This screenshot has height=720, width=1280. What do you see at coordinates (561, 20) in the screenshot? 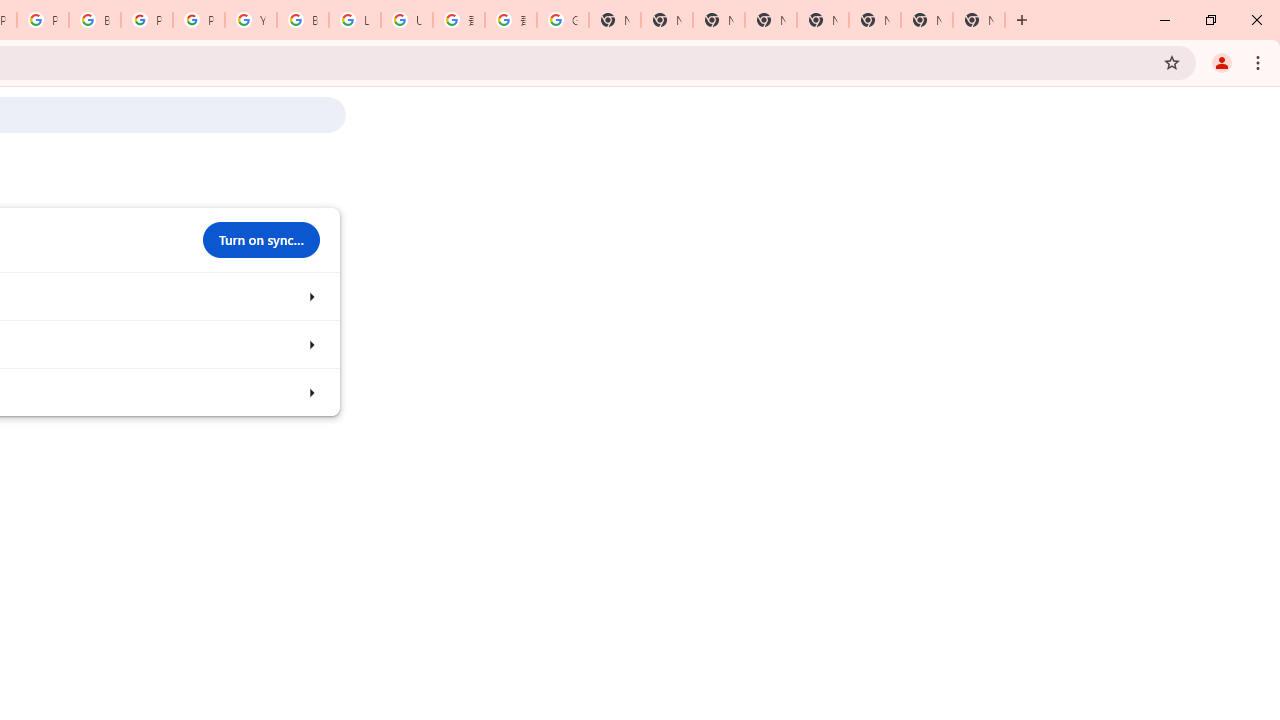
I see `'Google Images'` at bounding box center [561, 20].